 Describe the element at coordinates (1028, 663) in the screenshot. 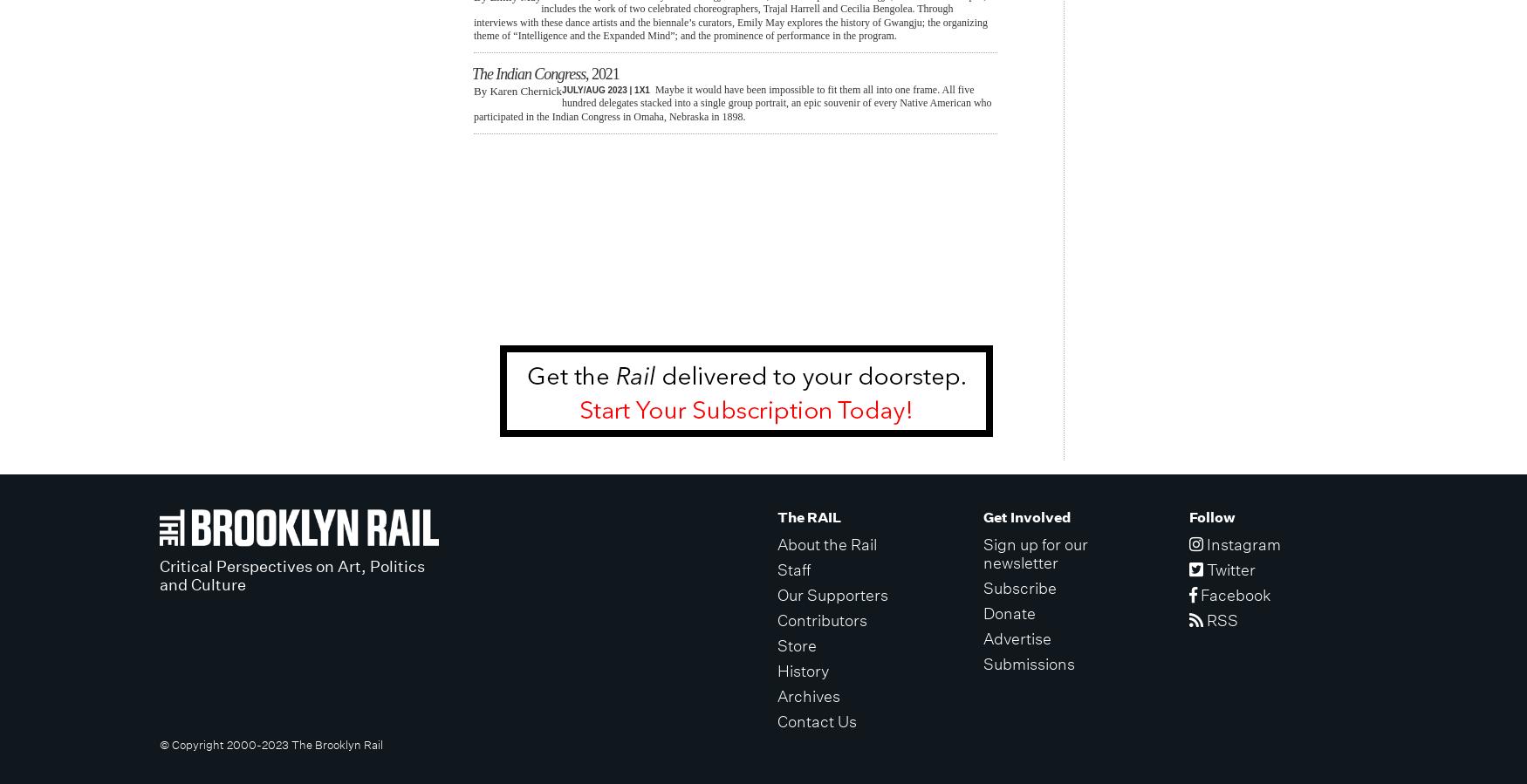

I see `'Submissions'` at that location.